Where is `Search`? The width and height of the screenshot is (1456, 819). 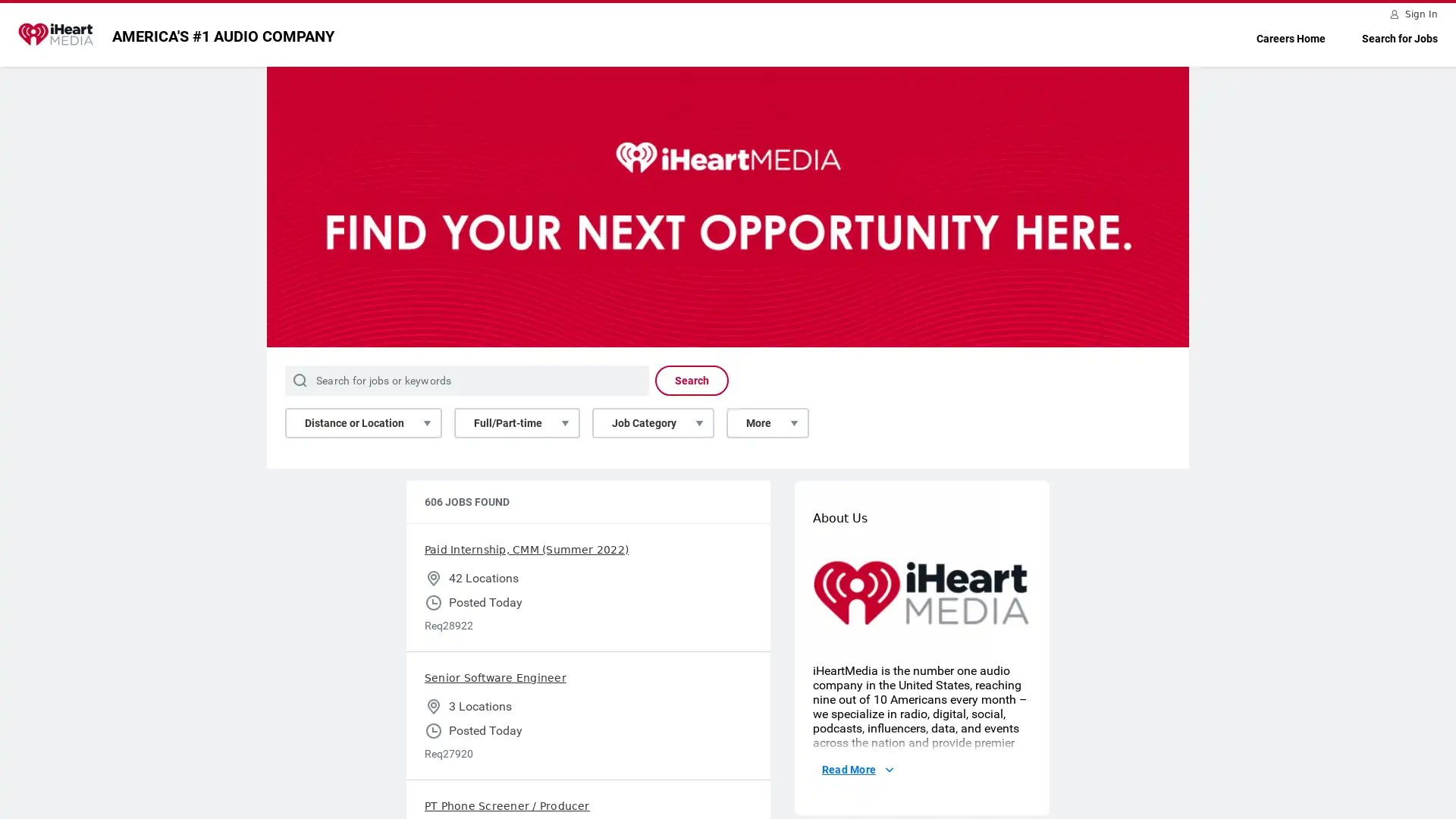 Search is located at coordinates (691, 379).